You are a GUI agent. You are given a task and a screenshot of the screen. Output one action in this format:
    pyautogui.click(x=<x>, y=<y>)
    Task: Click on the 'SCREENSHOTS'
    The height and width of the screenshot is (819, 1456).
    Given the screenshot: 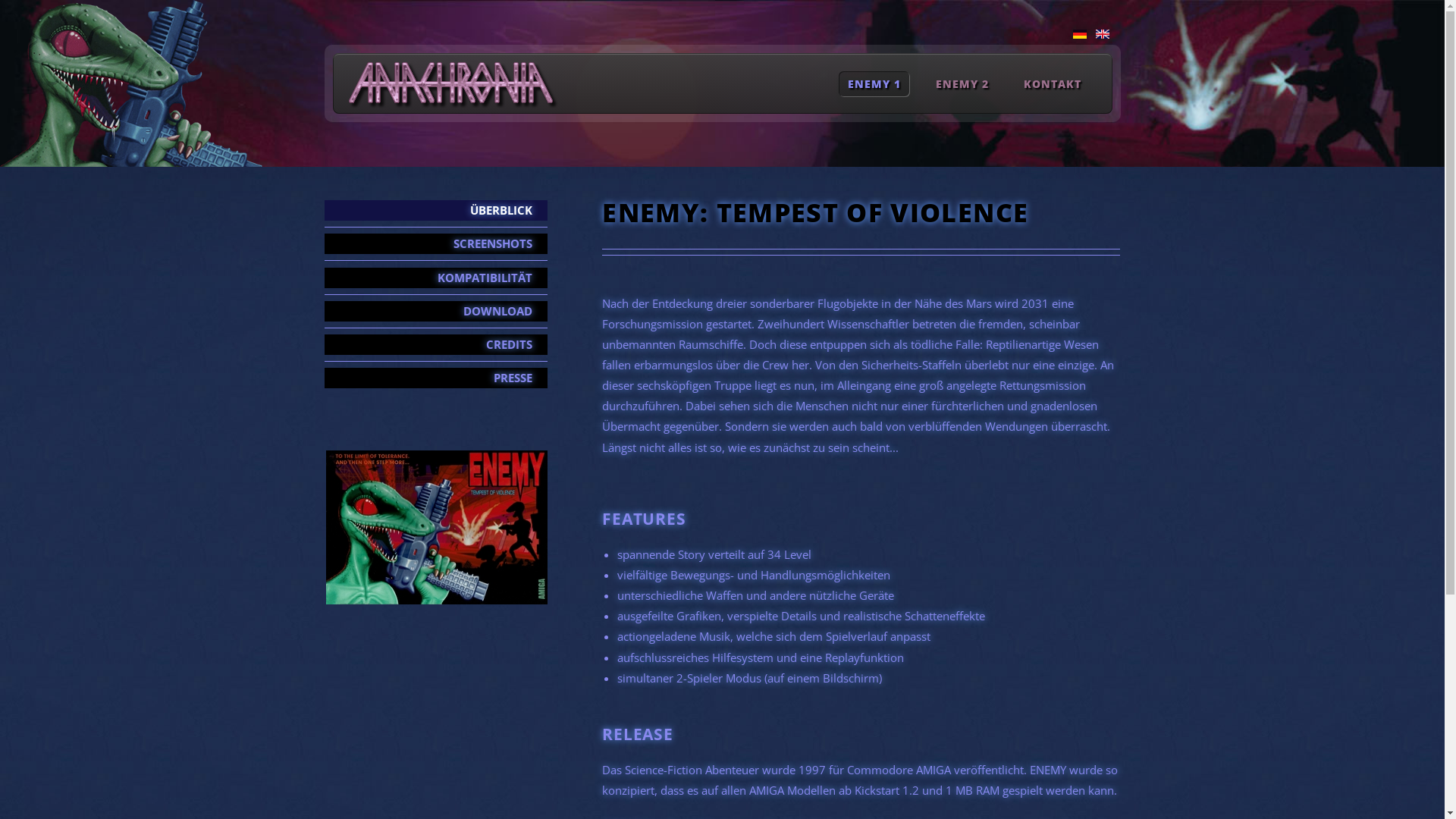 What is the action you would take?
    pyautogui.click(x=435, y=243)
    